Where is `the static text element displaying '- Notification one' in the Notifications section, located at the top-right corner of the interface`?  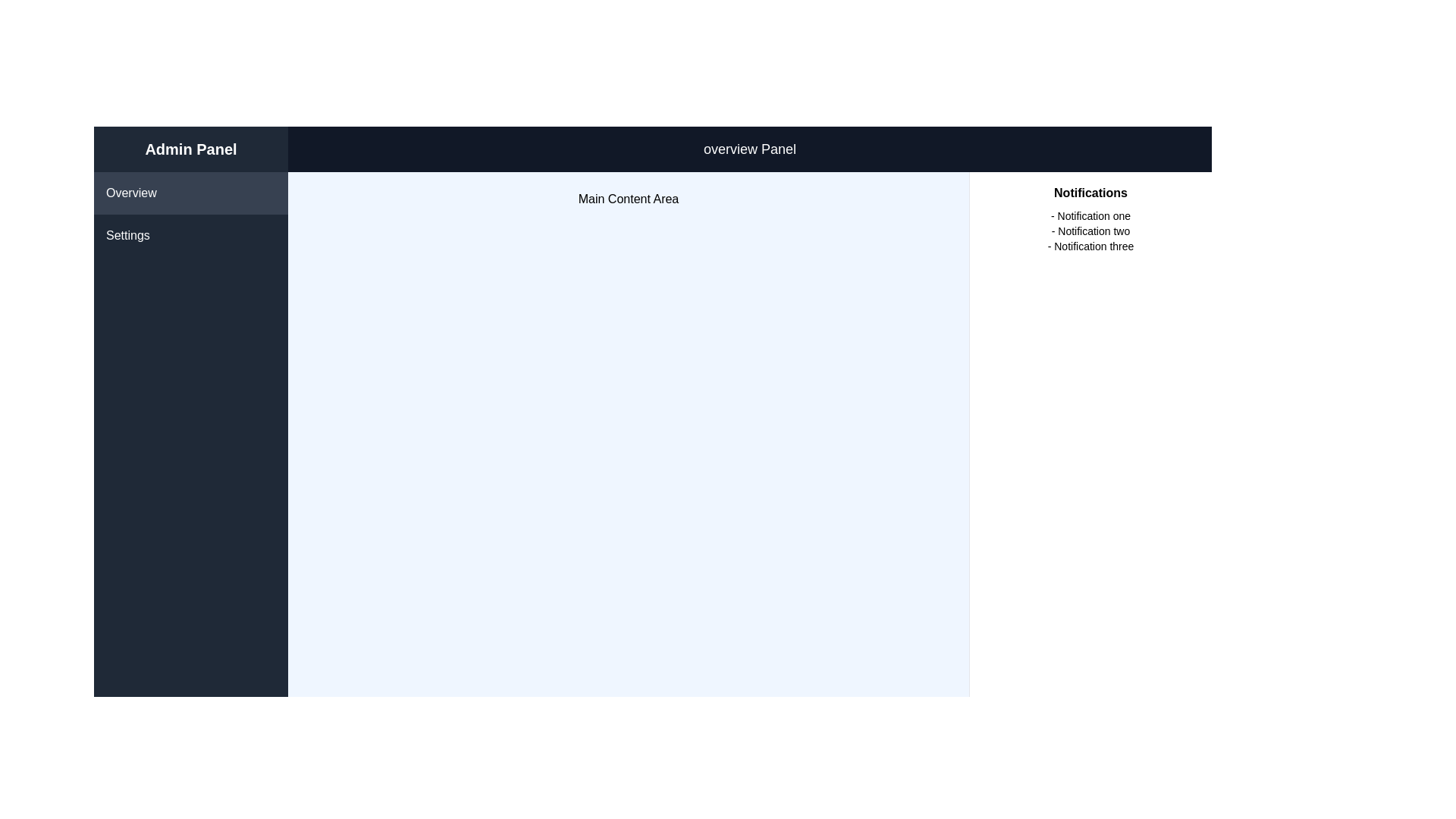 the static text element displaying '- Notification one' in the Notifications section, located at the top-right corner of the interface is located at coordinates (1090, 216).